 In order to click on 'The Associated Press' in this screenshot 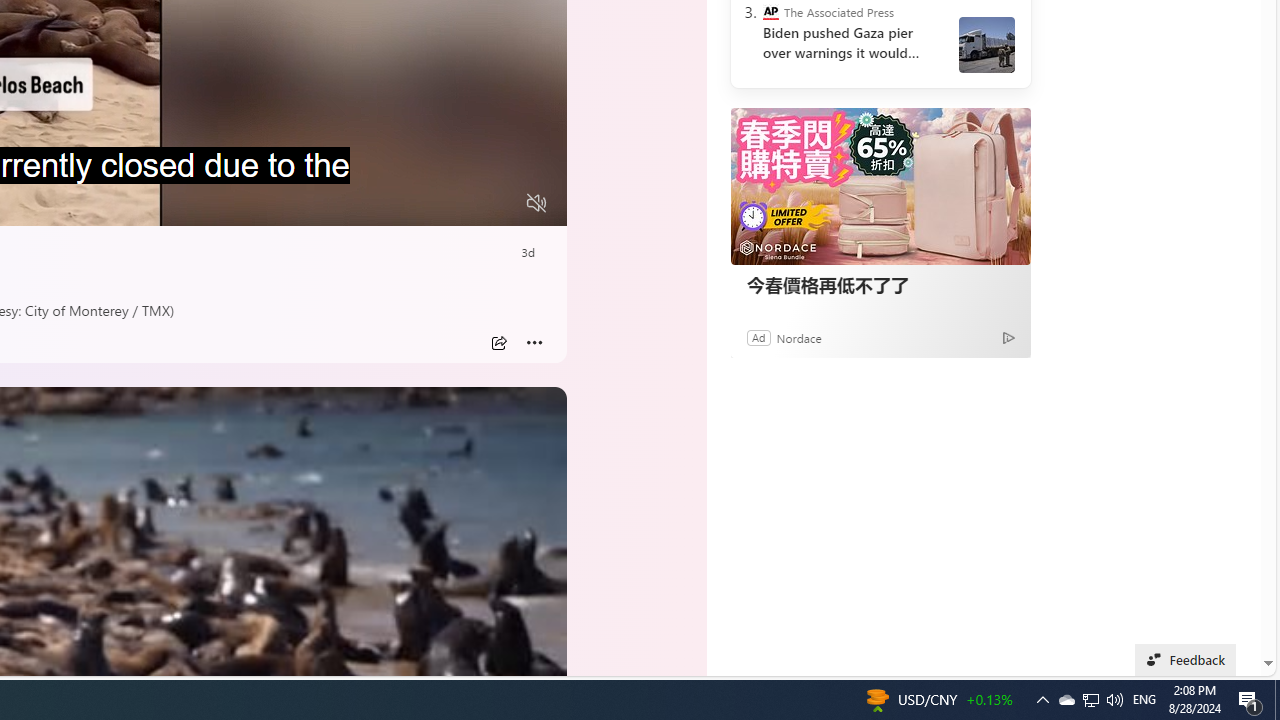, I will do `click(769, 12)`.